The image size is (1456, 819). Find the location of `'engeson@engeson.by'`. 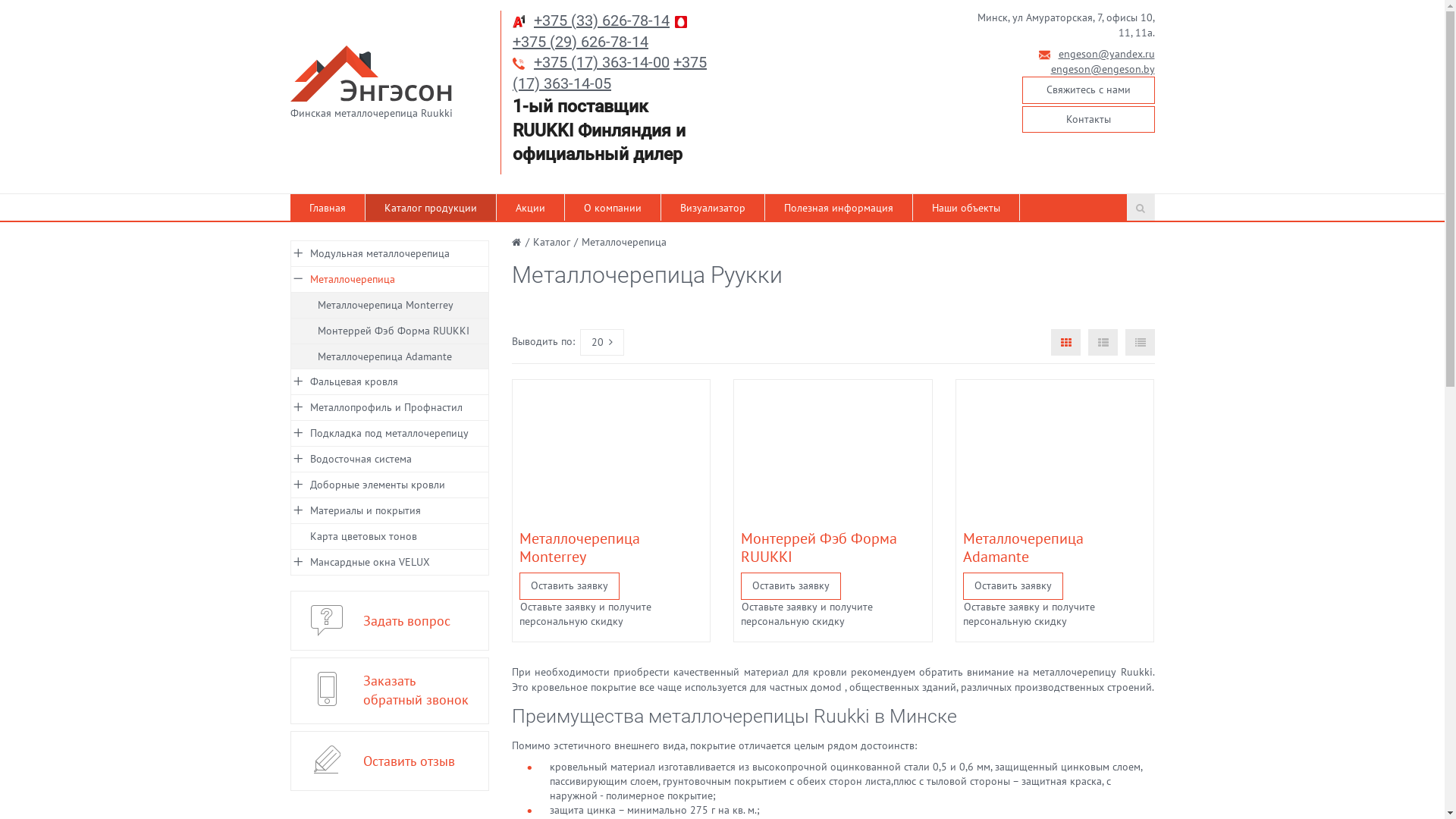

'engeson@engeson.by' is located at coordinates (1103, 69).